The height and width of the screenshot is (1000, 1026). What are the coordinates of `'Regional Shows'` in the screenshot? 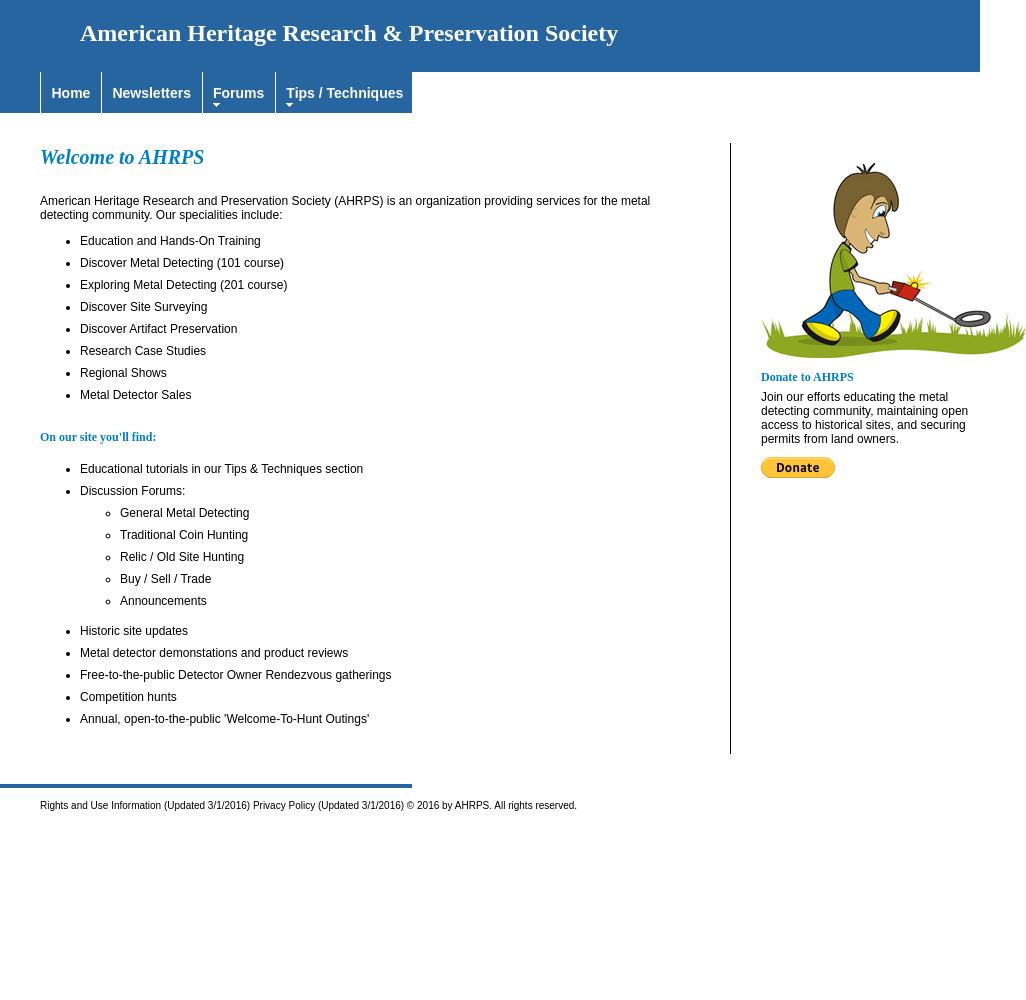 It's located at (123, 372).